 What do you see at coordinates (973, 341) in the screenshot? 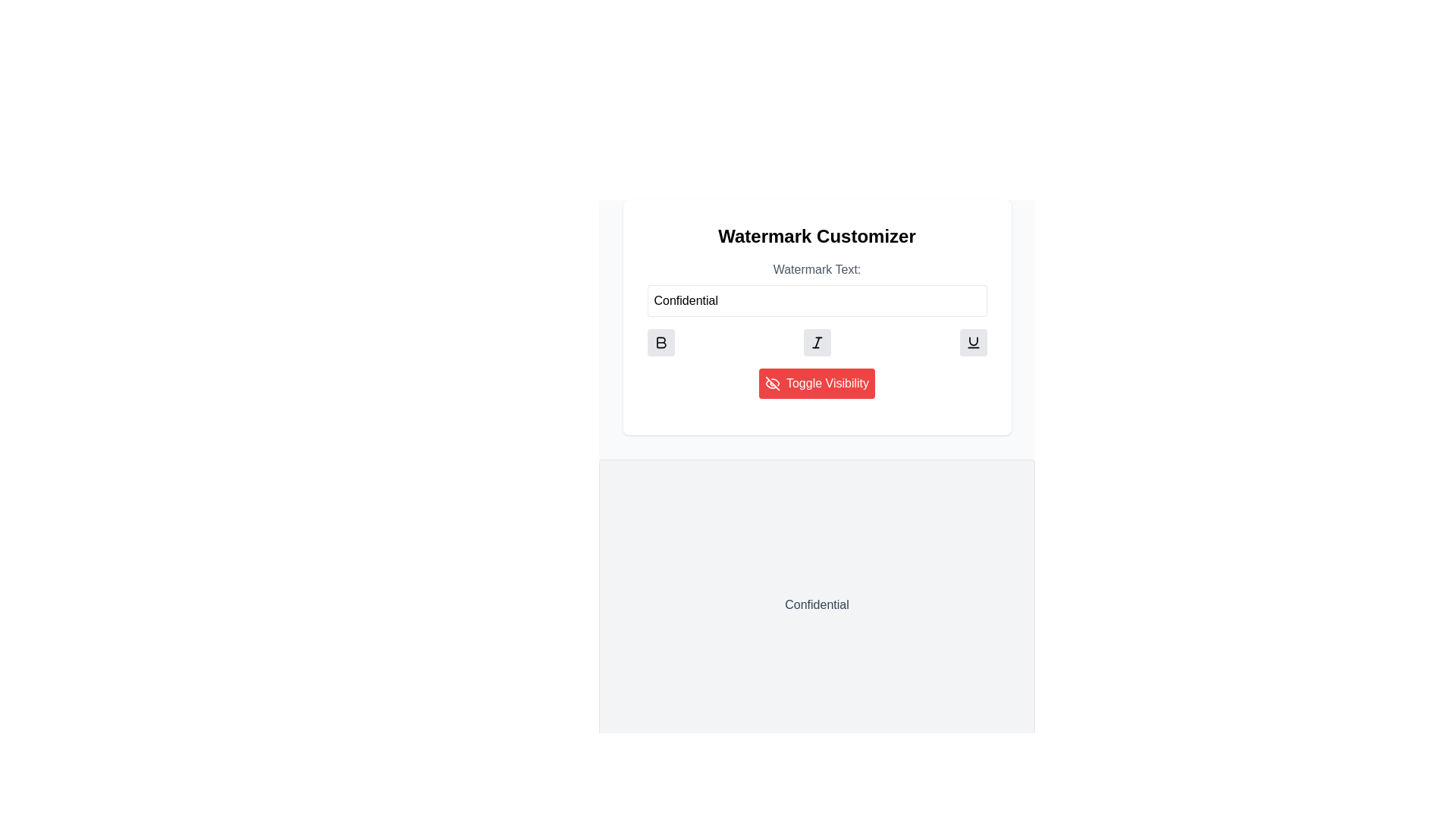
I see `the underline icon in the formatting toolbar to apply underline formatting to the selected text` at bounding box center [973, 341].